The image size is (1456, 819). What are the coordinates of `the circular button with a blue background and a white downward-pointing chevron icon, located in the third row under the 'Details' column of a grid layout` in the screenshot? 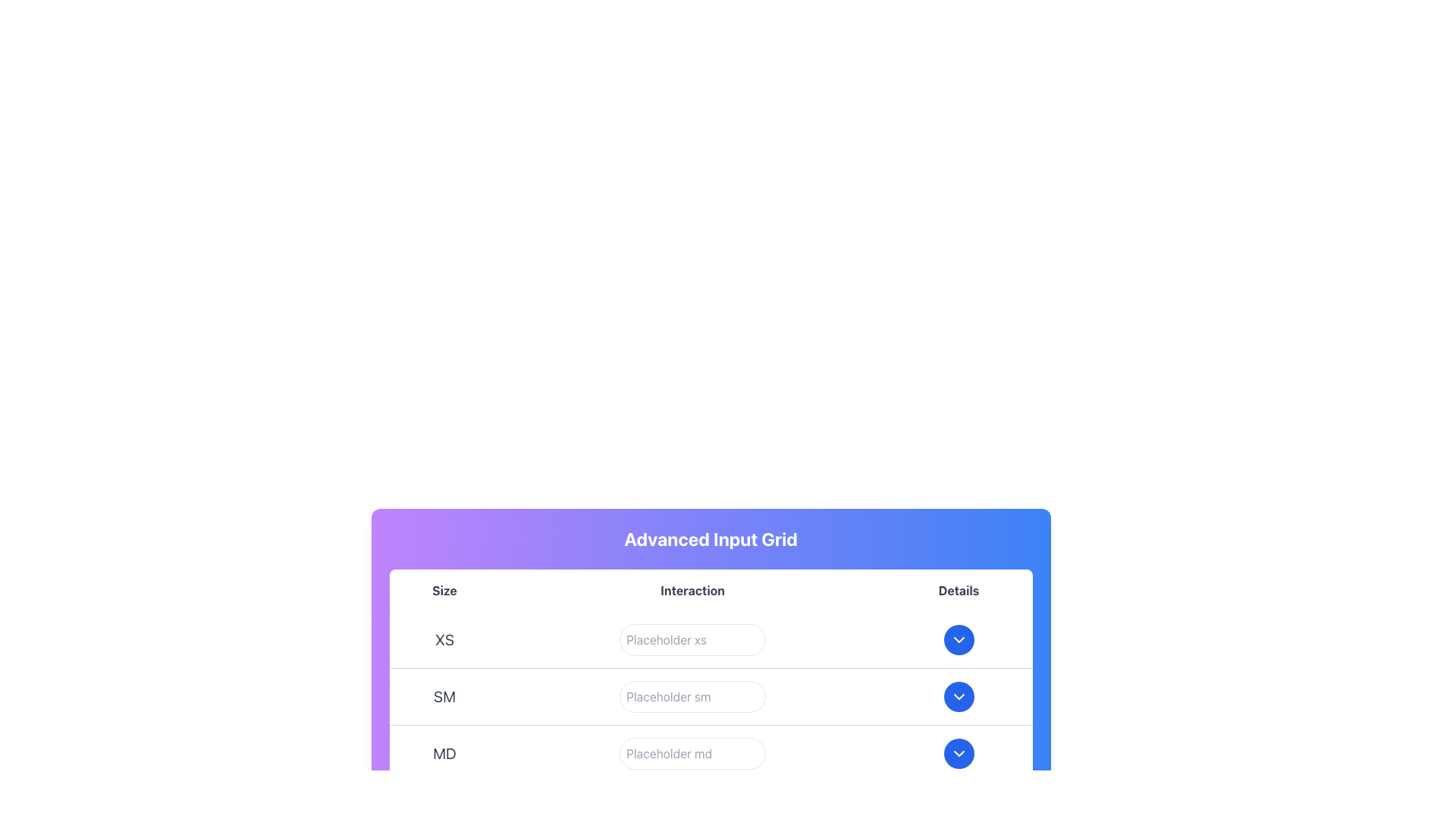 It's located at (958, 754).